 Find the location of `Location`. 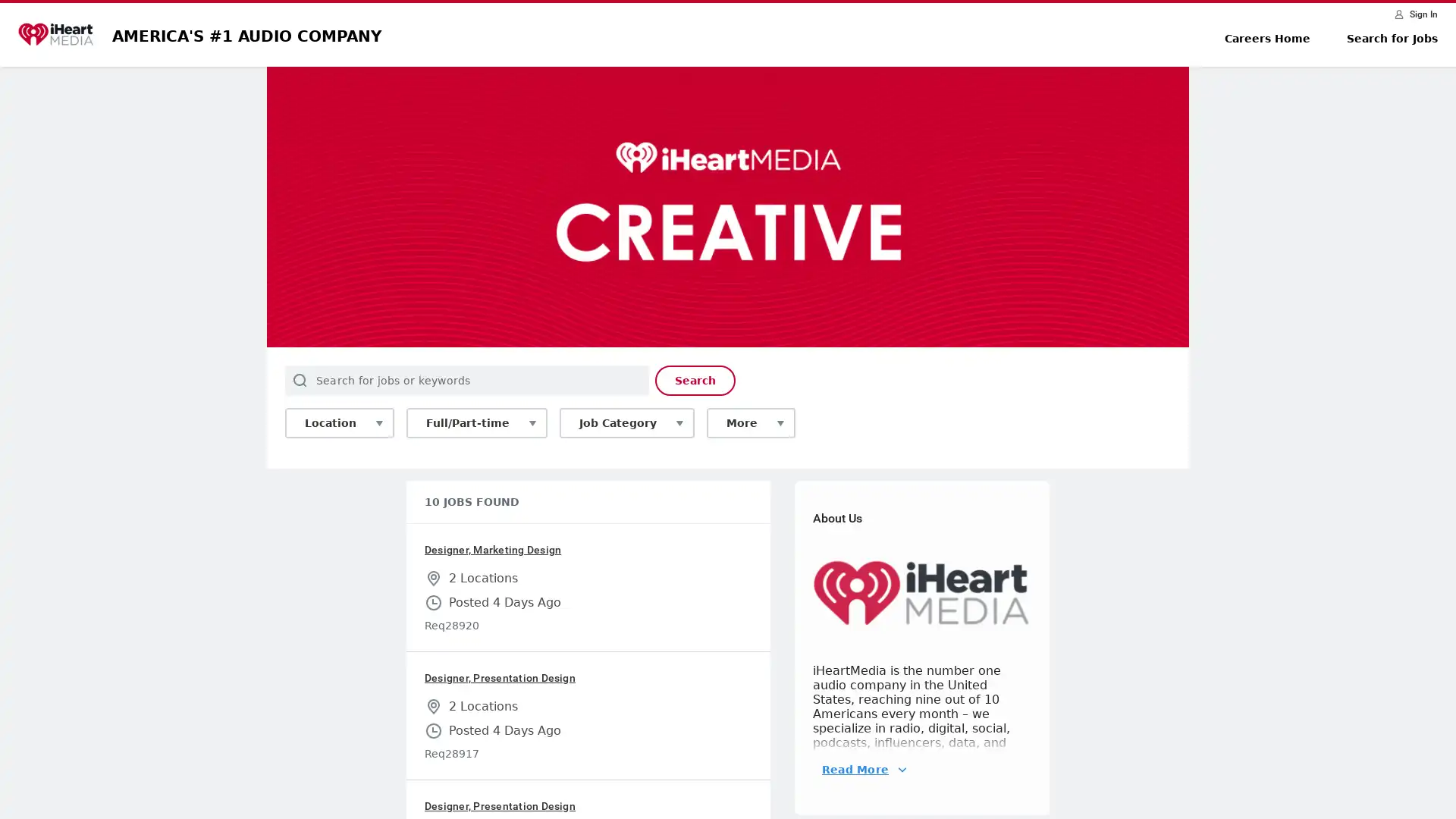

Location is located at coordinates (334, 423).